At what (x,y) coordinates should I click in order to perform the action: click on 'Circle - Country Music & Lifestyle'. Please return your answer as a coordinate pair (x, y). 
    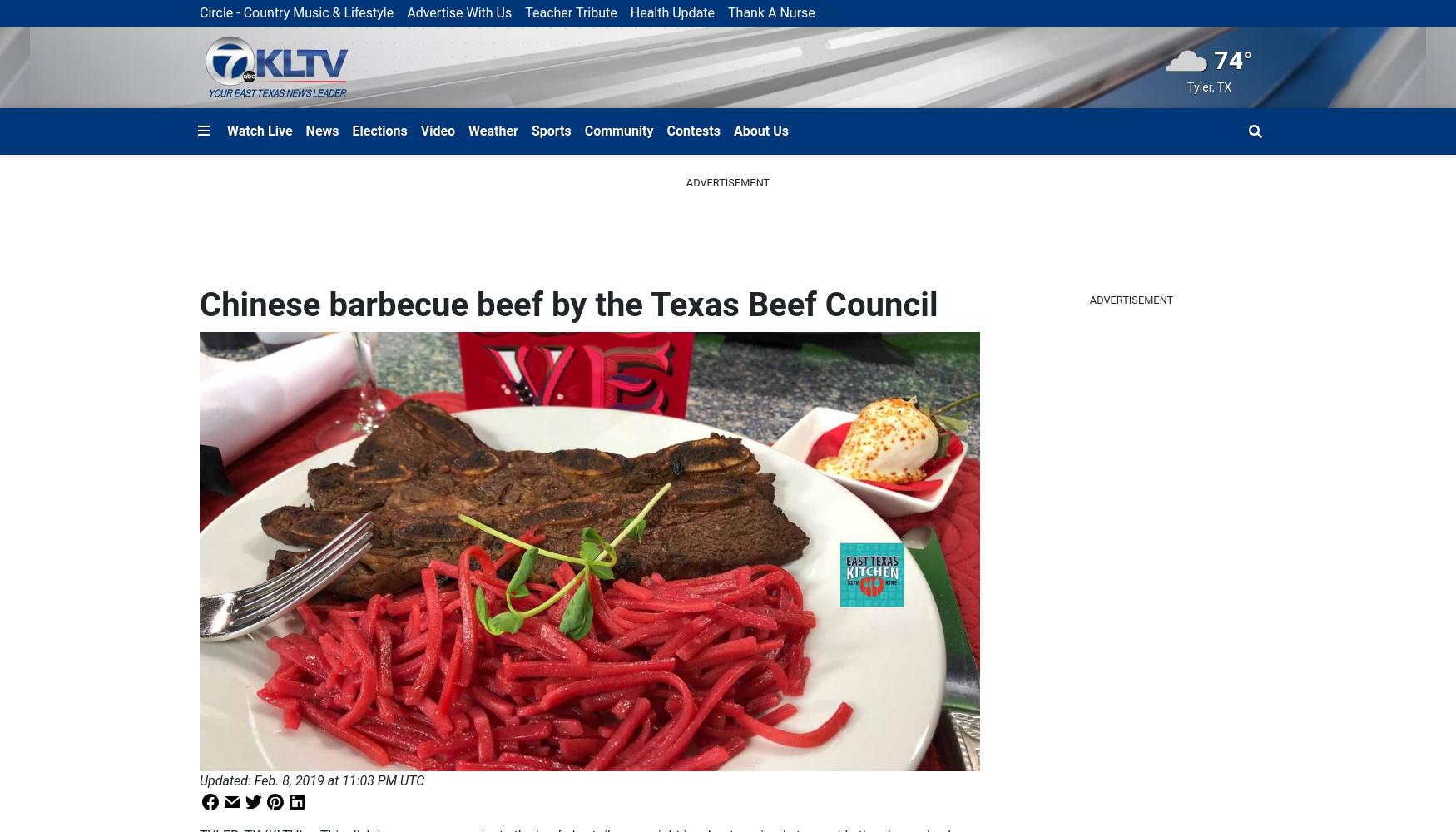
    Looking at the image, I should click on (199, 12).